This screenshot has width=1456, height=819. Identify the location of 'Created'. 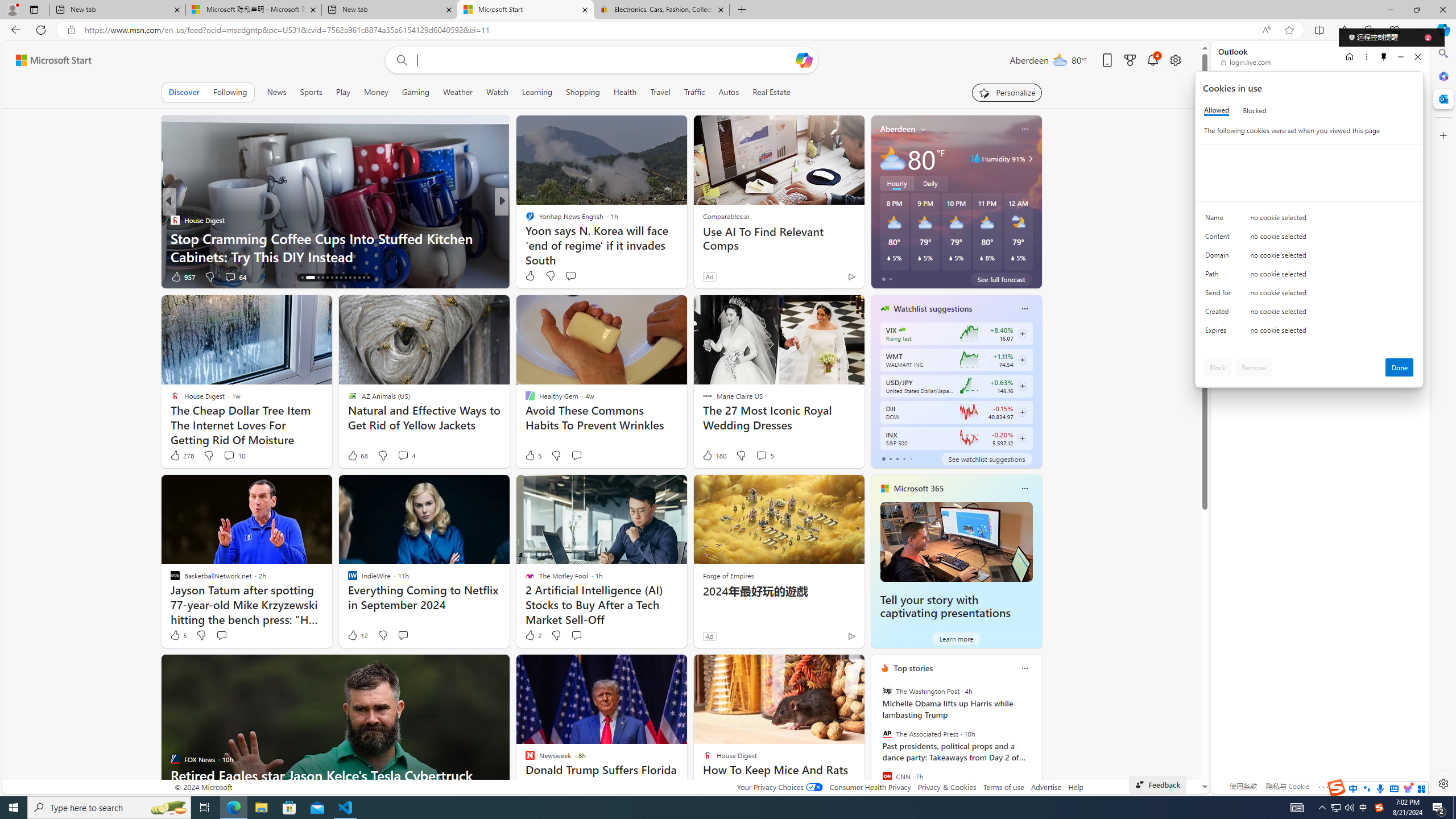
(1219, 313).